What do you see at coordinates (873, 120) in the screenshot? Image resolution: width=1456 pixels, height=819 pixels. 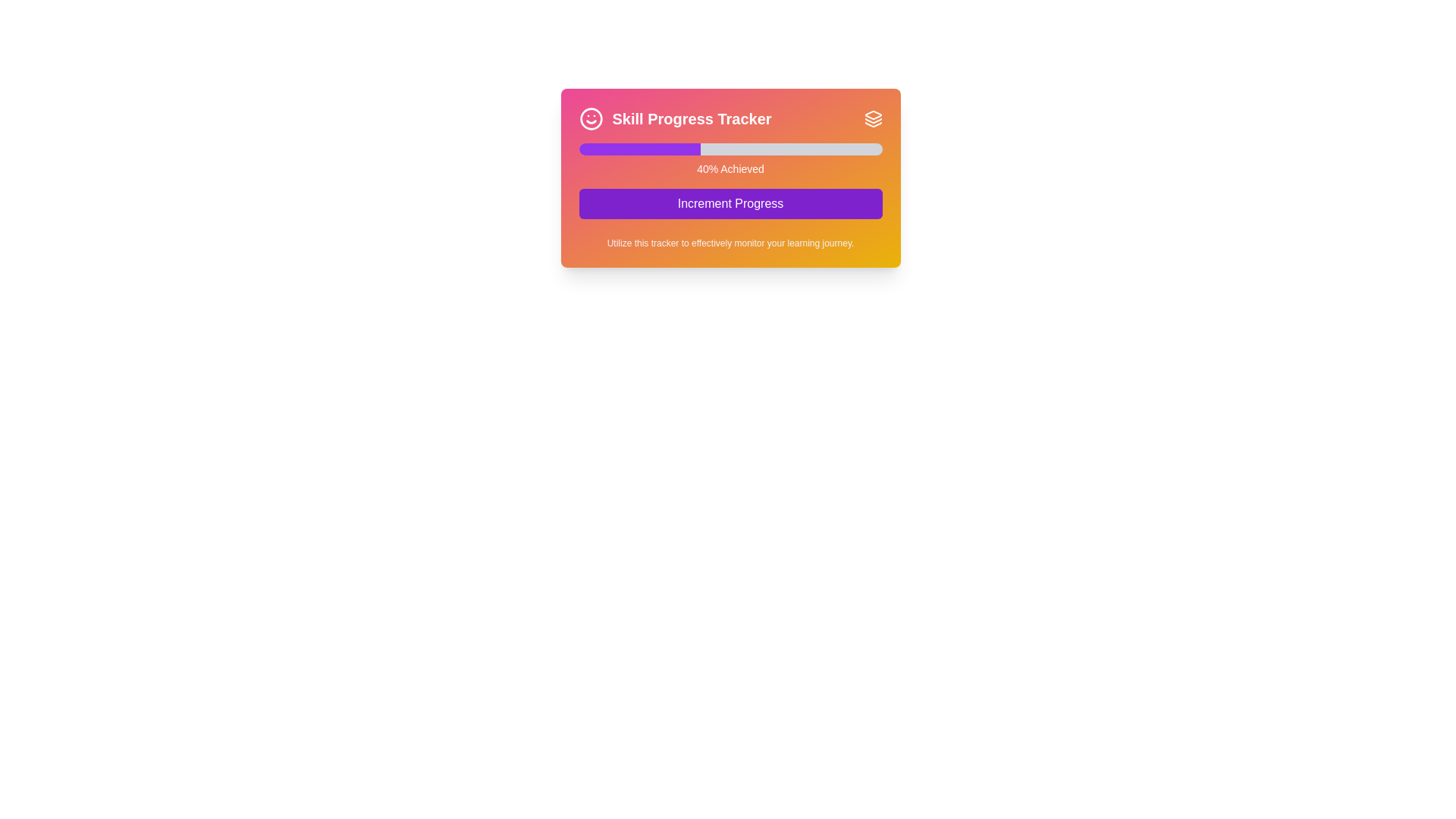 I see `the middle triangle of the decorative stack in the 'Skill Progress Tracker' card located in the top-right section of the UI` at bounding box center [873, 120].